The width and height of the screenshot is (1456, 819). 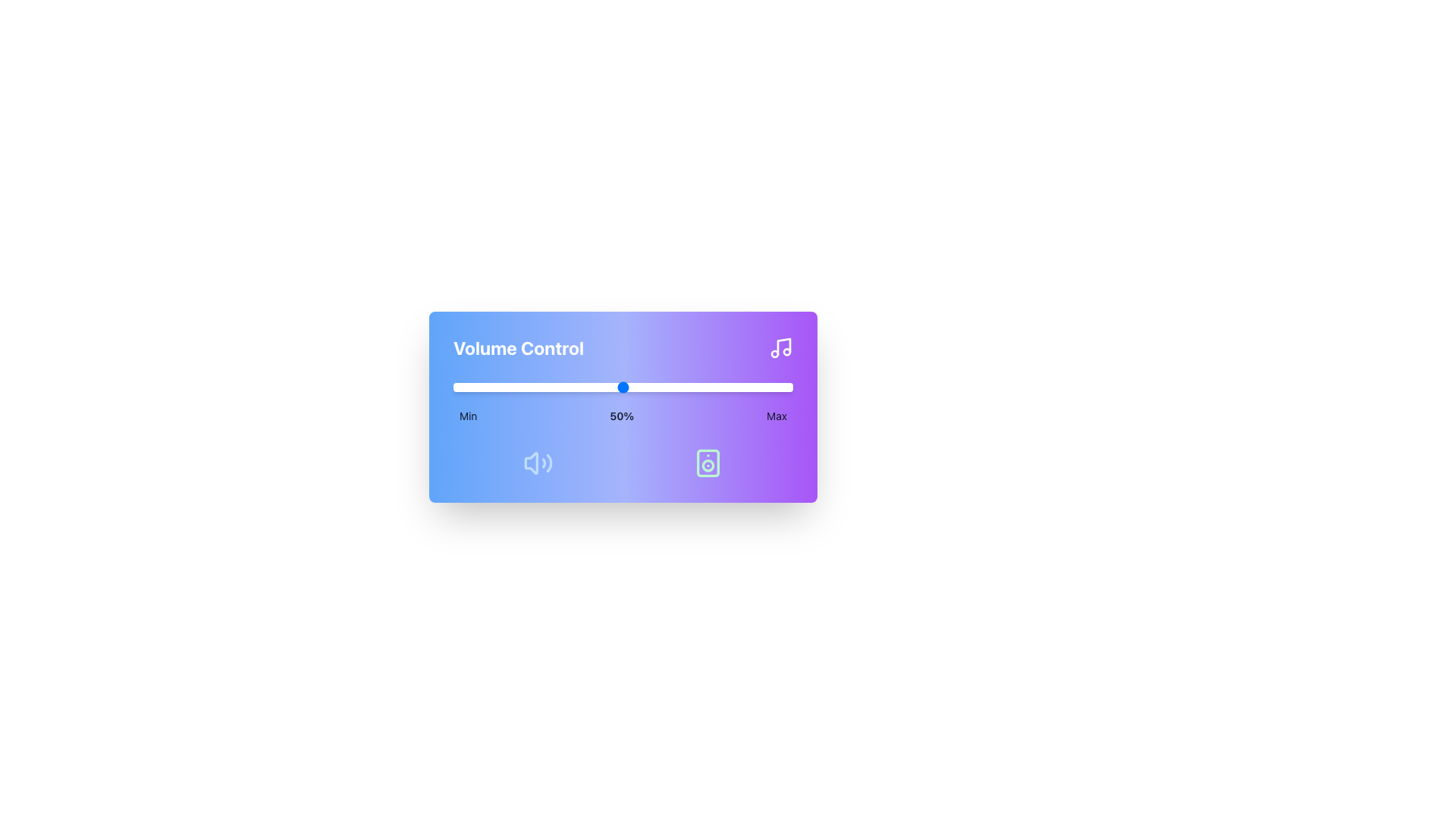 I want to click on the text label that displays 'Min', '50%', and 'Max', which is centrally positioned under the progress slider and visually distinguished by its gray color and small font size, so click(x=623, y=416).